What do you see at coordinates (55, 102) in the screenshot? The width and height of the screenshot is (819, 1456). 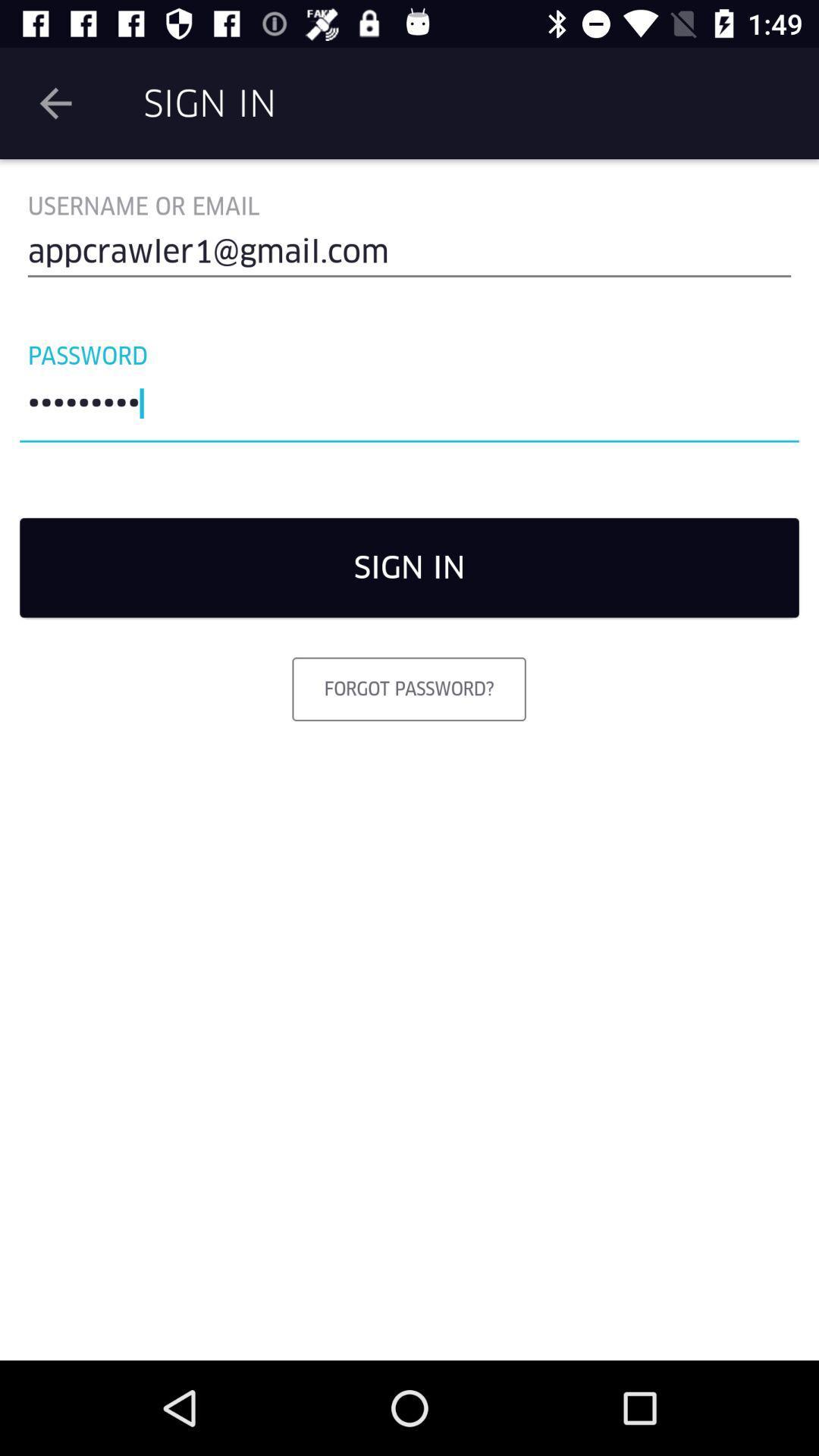 I see `item next to the sign in item` at bounding box center [55, 102].